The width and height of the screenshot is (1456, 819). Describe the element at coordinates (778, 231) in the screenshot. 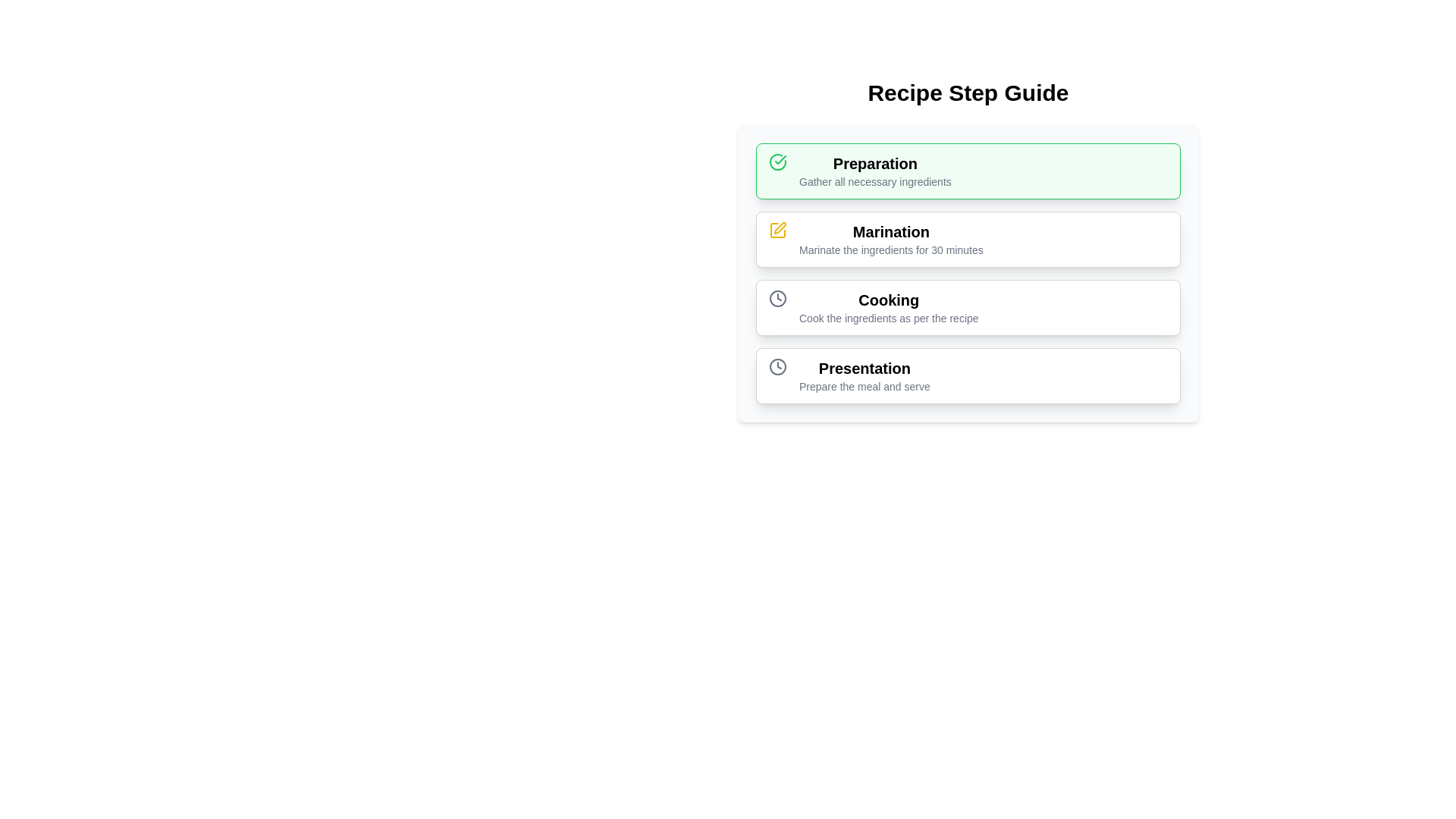

I see `the small yellow pencil icon located at the top-left corner of the 'Marination' list item` at that location.